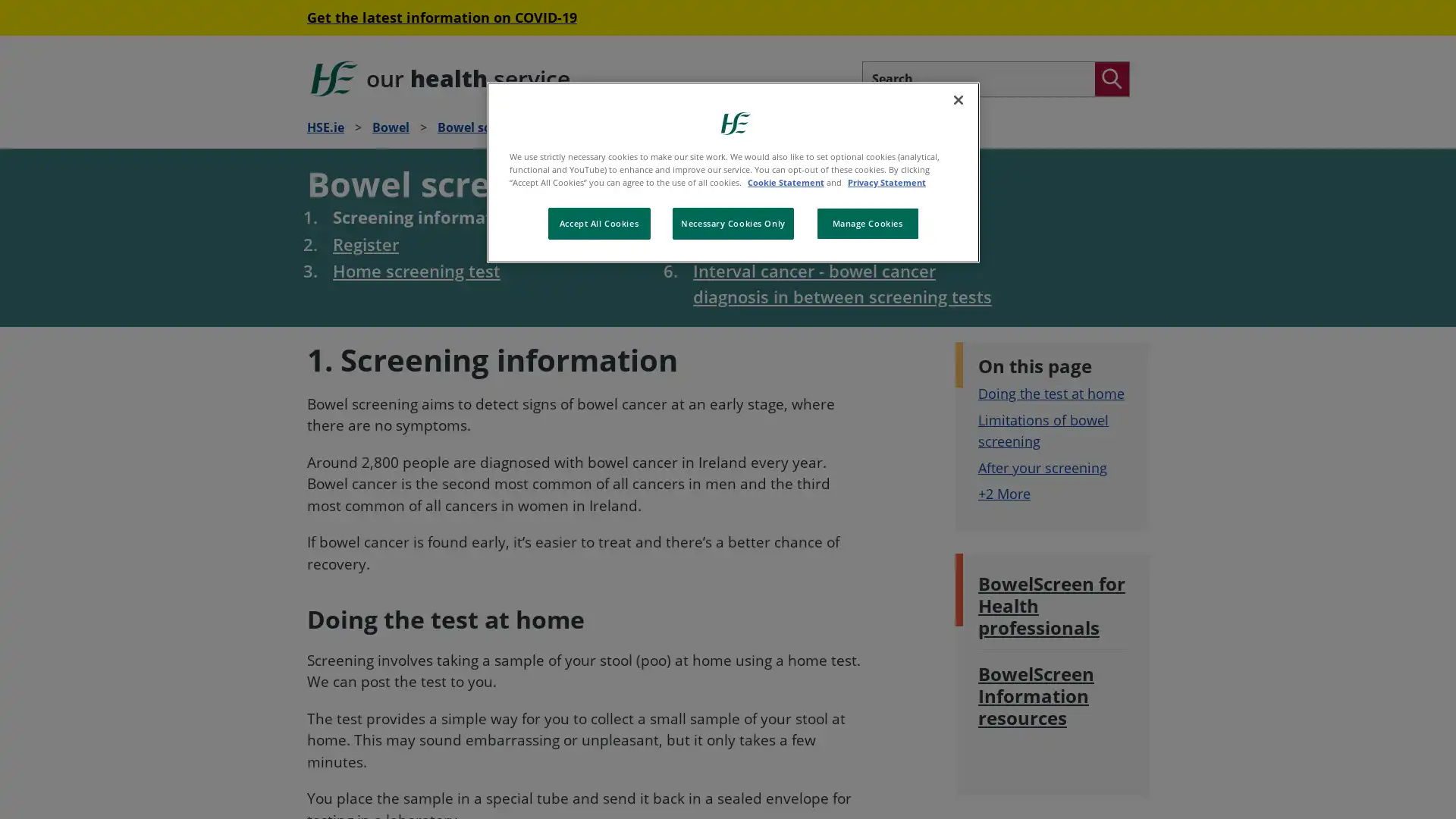  I want to click on Accept All Cookies, so click(598, 223).